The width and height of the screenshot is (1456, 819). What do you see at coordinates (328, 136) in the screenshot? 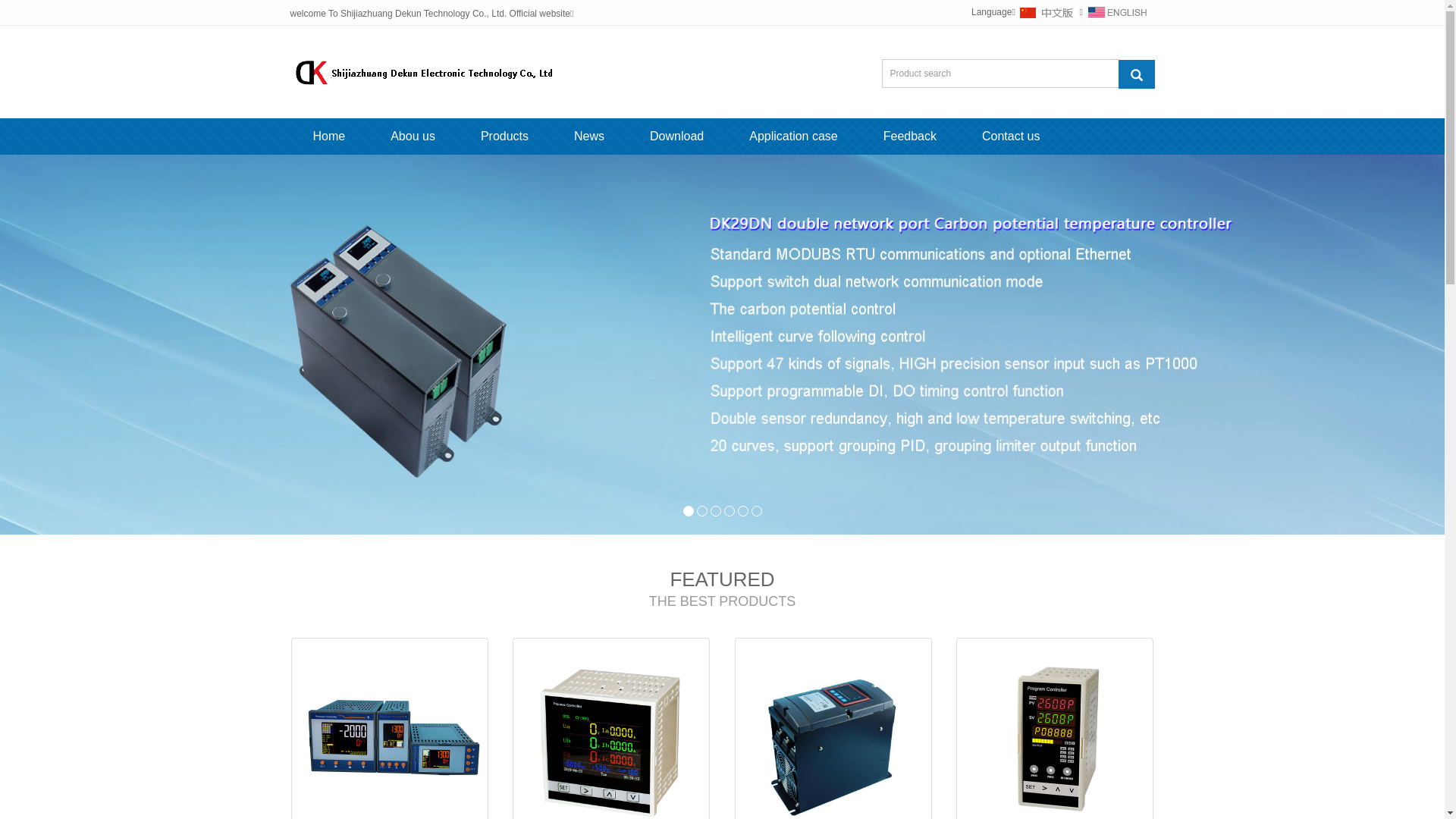
I see `'Home'` at bounding box center [328, 136].